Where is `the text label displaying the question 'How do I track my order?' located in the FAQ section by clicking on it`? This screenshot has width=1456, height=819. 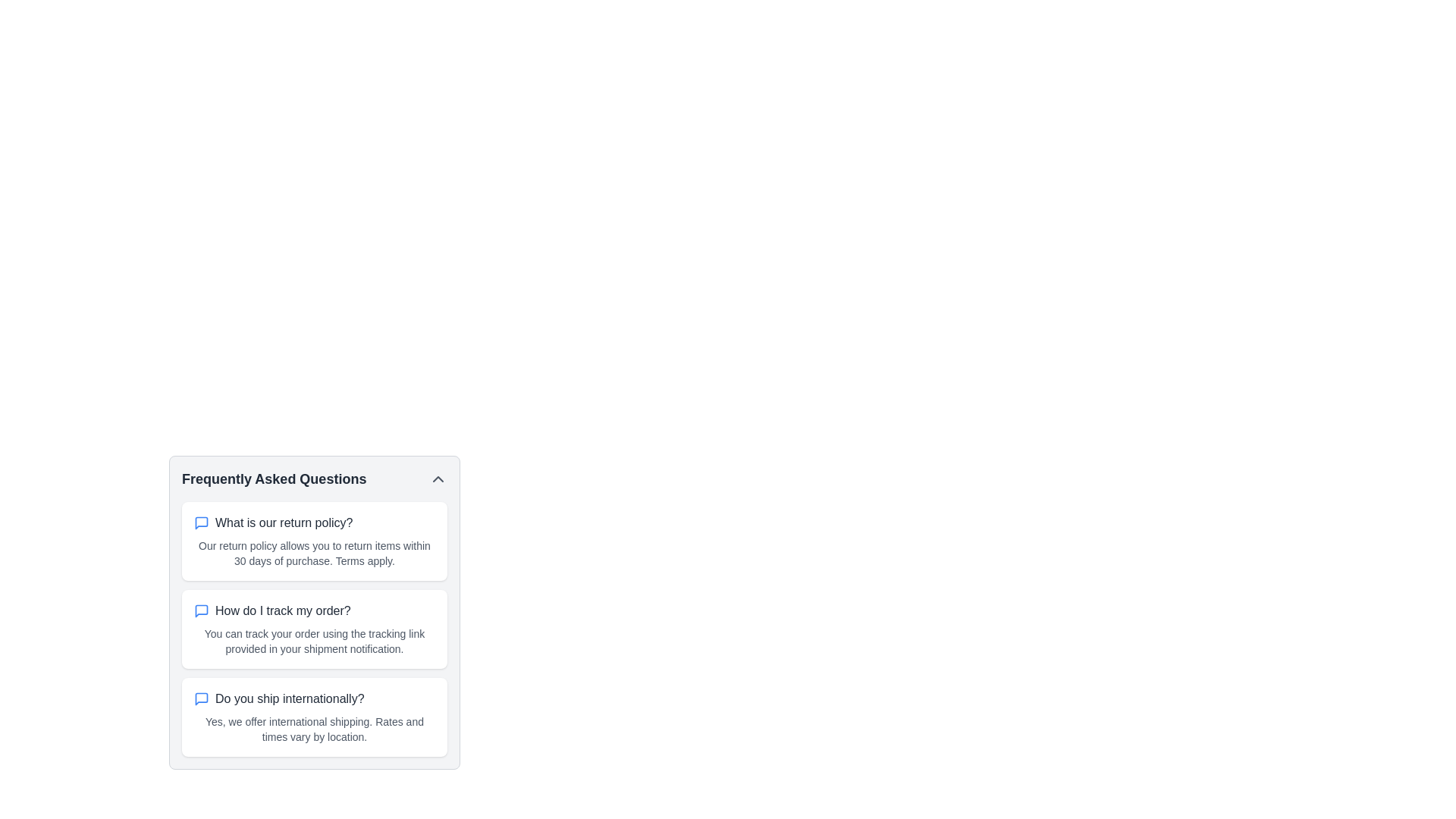 the text label displaying the question 'How do I track my order?' located in the FAQ section by clicking on it is located at coordinates (283, 610).